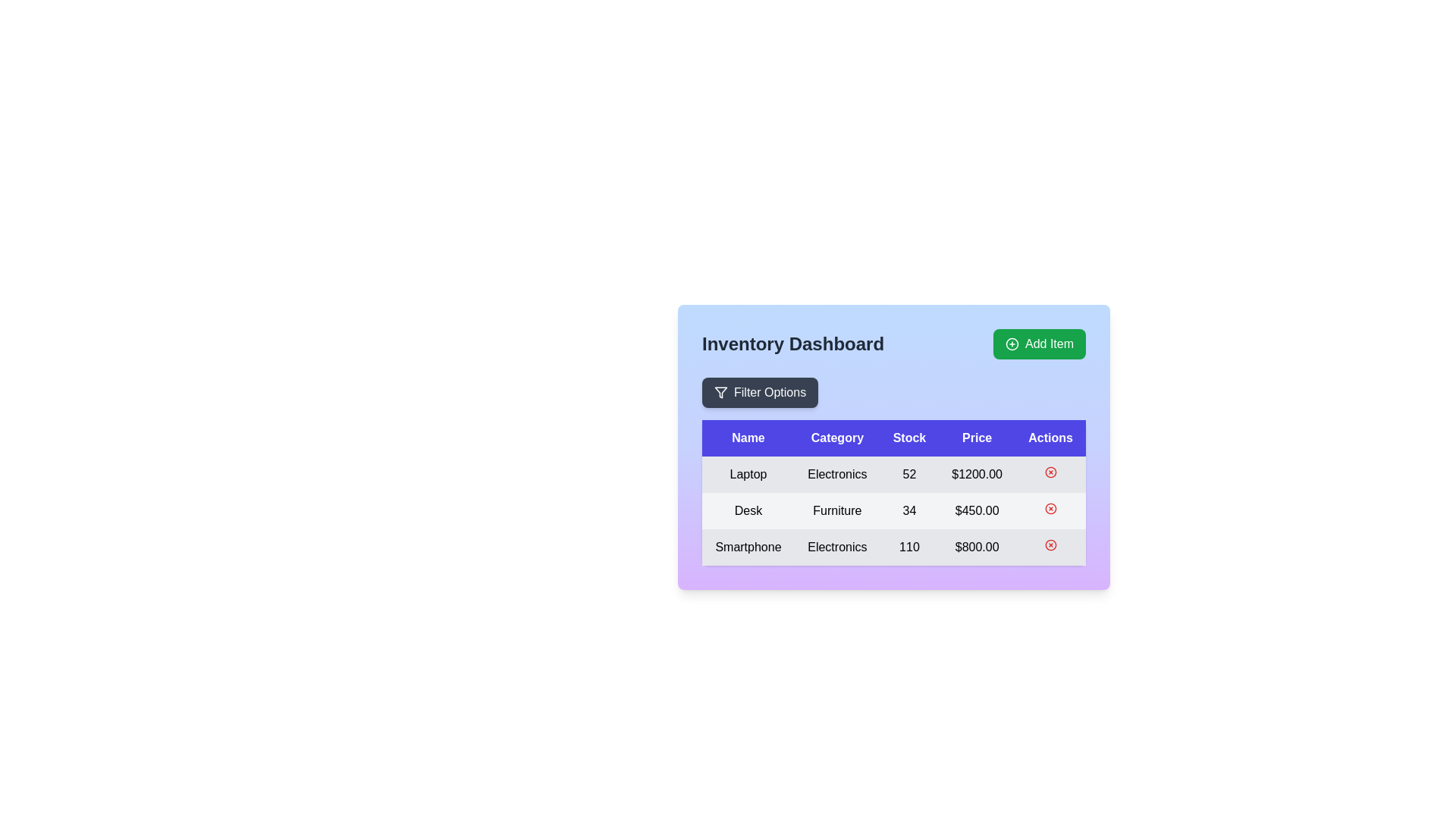 The image size is (1456, 819). What do you see at coordinates (1012, 344) in the screenshot?
I see `the SVG Circle icon located within the 'Add Item' button at the top-right corner of the main interface` at bounding box center [1012, 344].